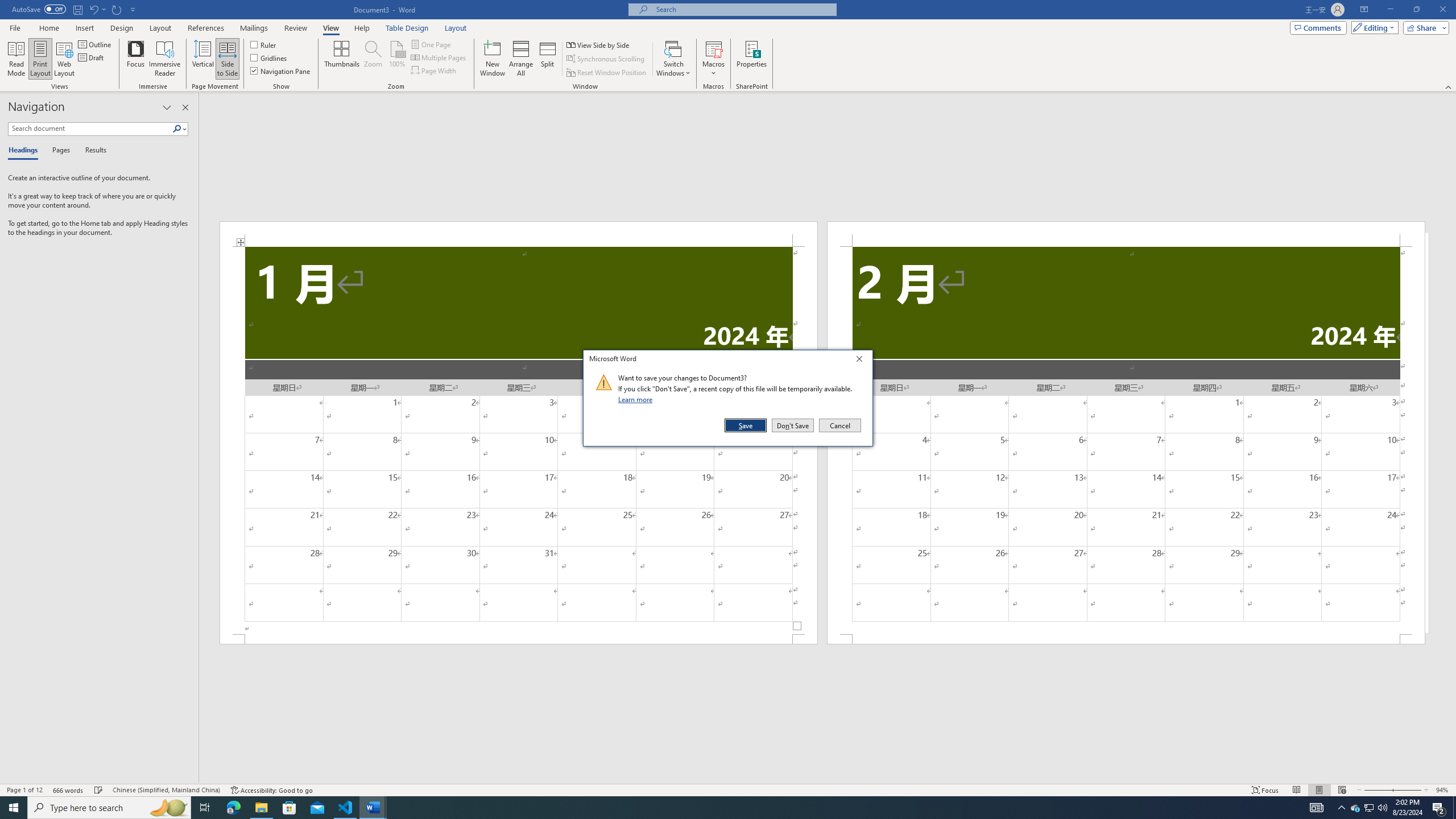  I want to click on 'Side to Side', so click(227, 59).